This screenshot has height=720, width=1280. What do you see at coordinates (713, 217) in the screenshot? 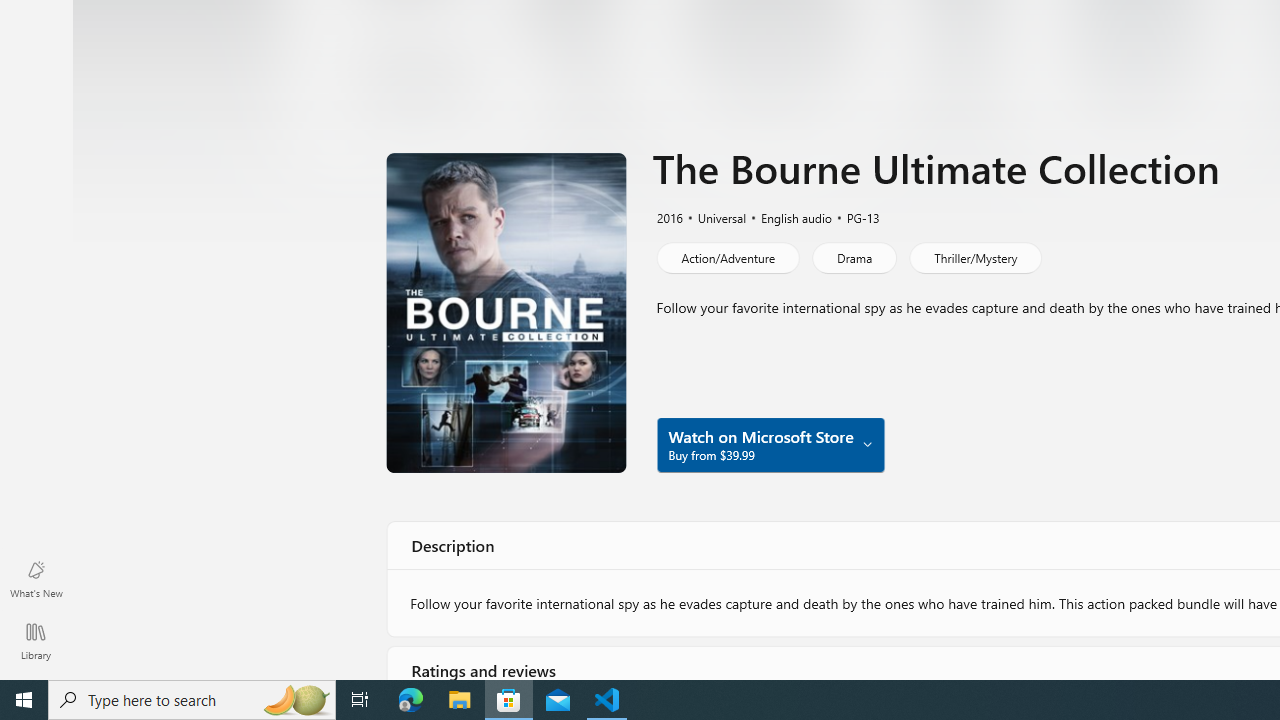
I see `'Universal'` at bounding box center [713, 217].